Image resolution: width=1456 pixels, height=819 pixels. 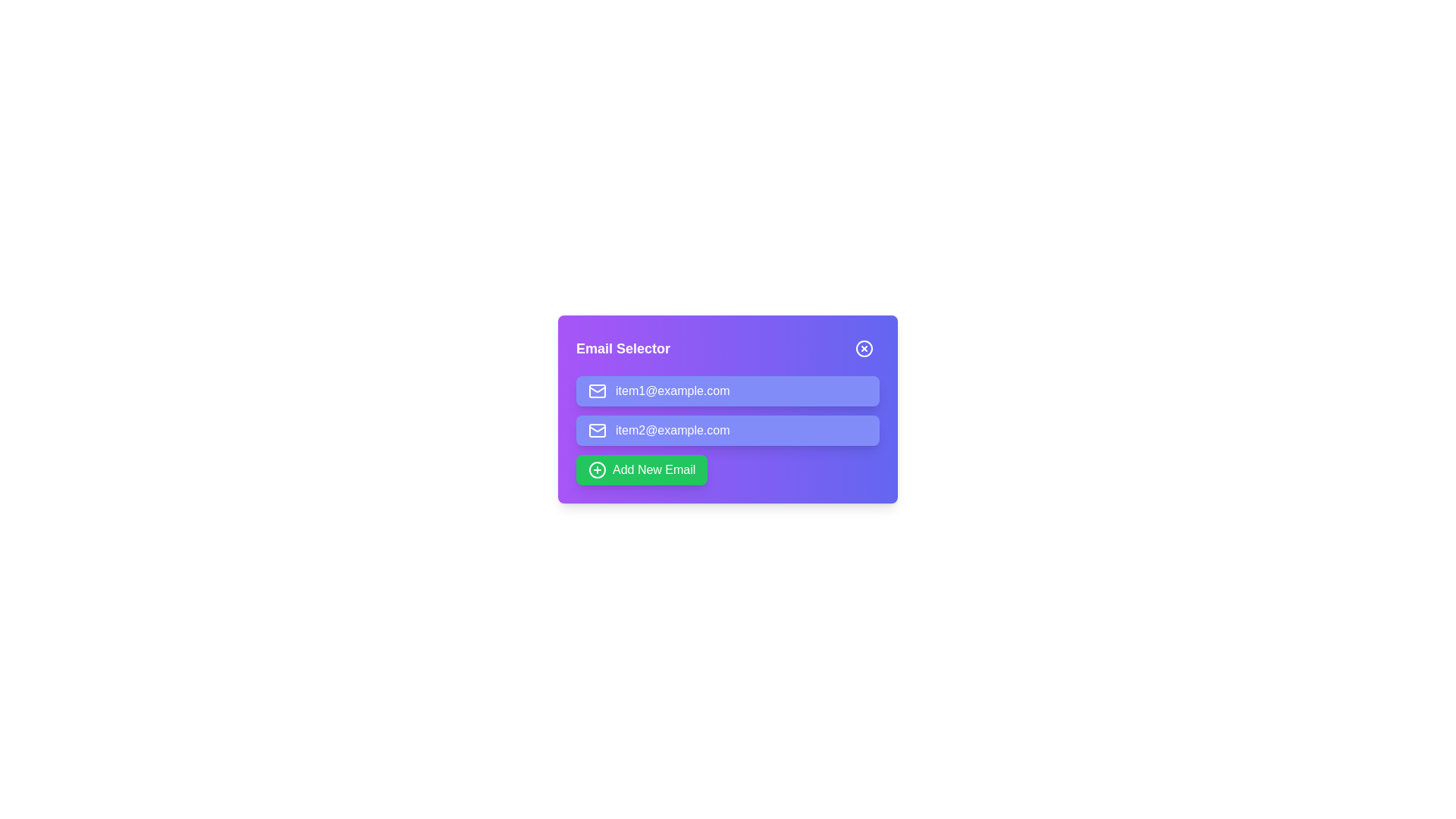 I want to click on the email item item1@example.com, so click(x=728, y=391).